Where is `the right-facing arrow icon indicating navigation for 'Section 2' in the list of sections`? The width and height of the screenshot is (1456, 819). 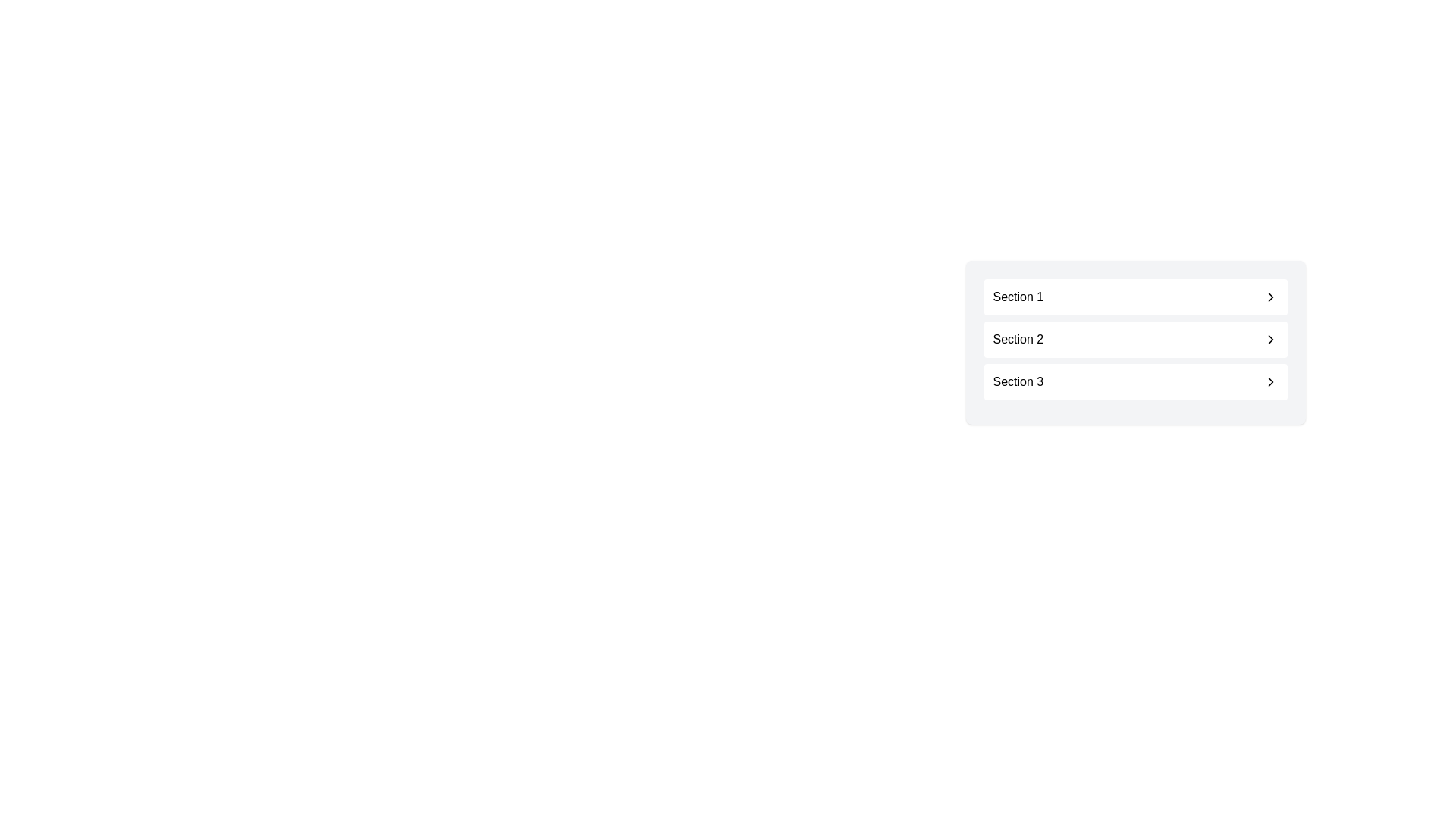 the right-facing arrow icon indicating navigation for 'Section 2' in the list of sections is located at coordinates (1270, 338).